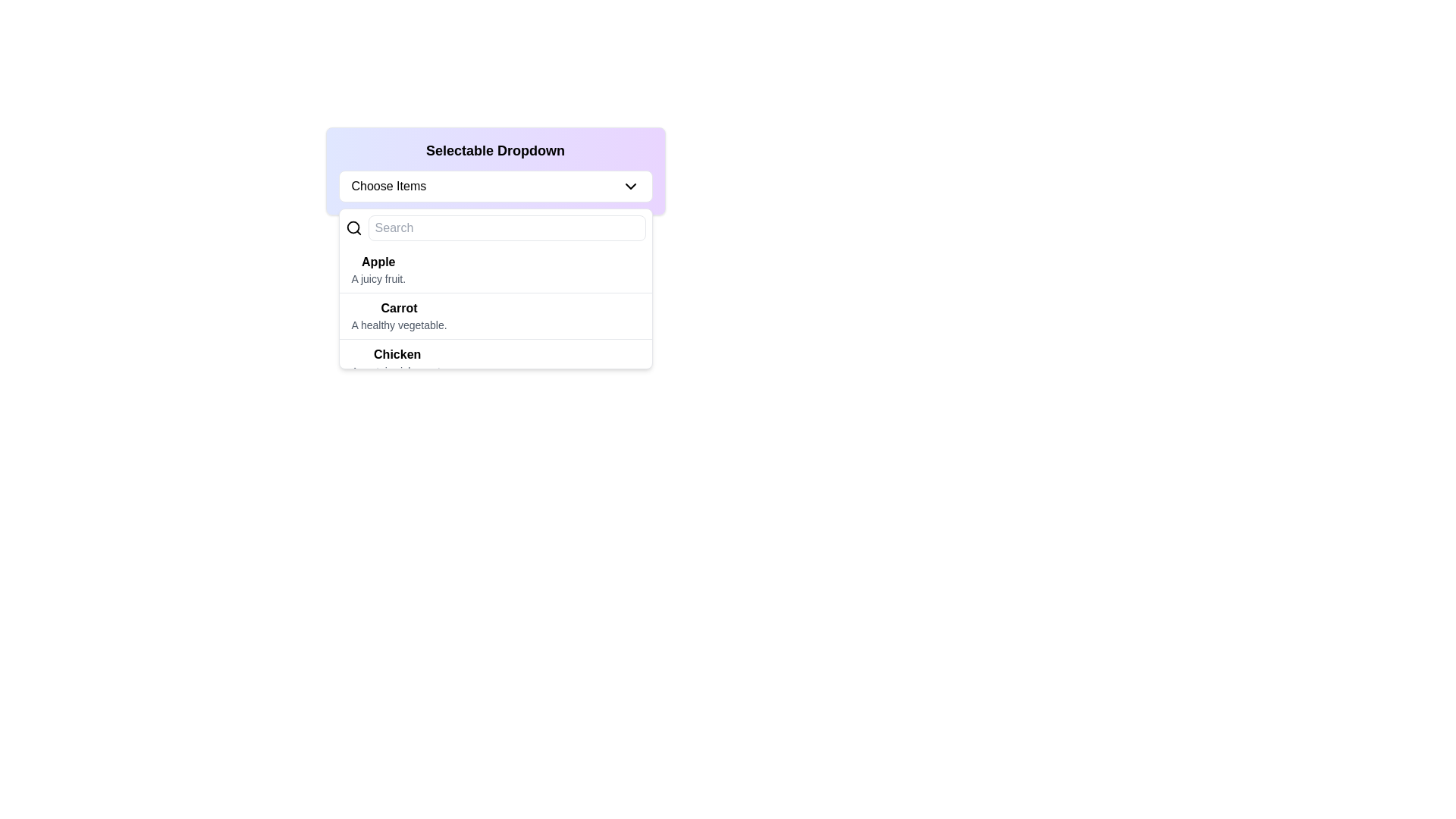 The image size is (1456, 819). I want to click on the selectable item 'Carrot' in the dropdown menu, so click(399, 315).